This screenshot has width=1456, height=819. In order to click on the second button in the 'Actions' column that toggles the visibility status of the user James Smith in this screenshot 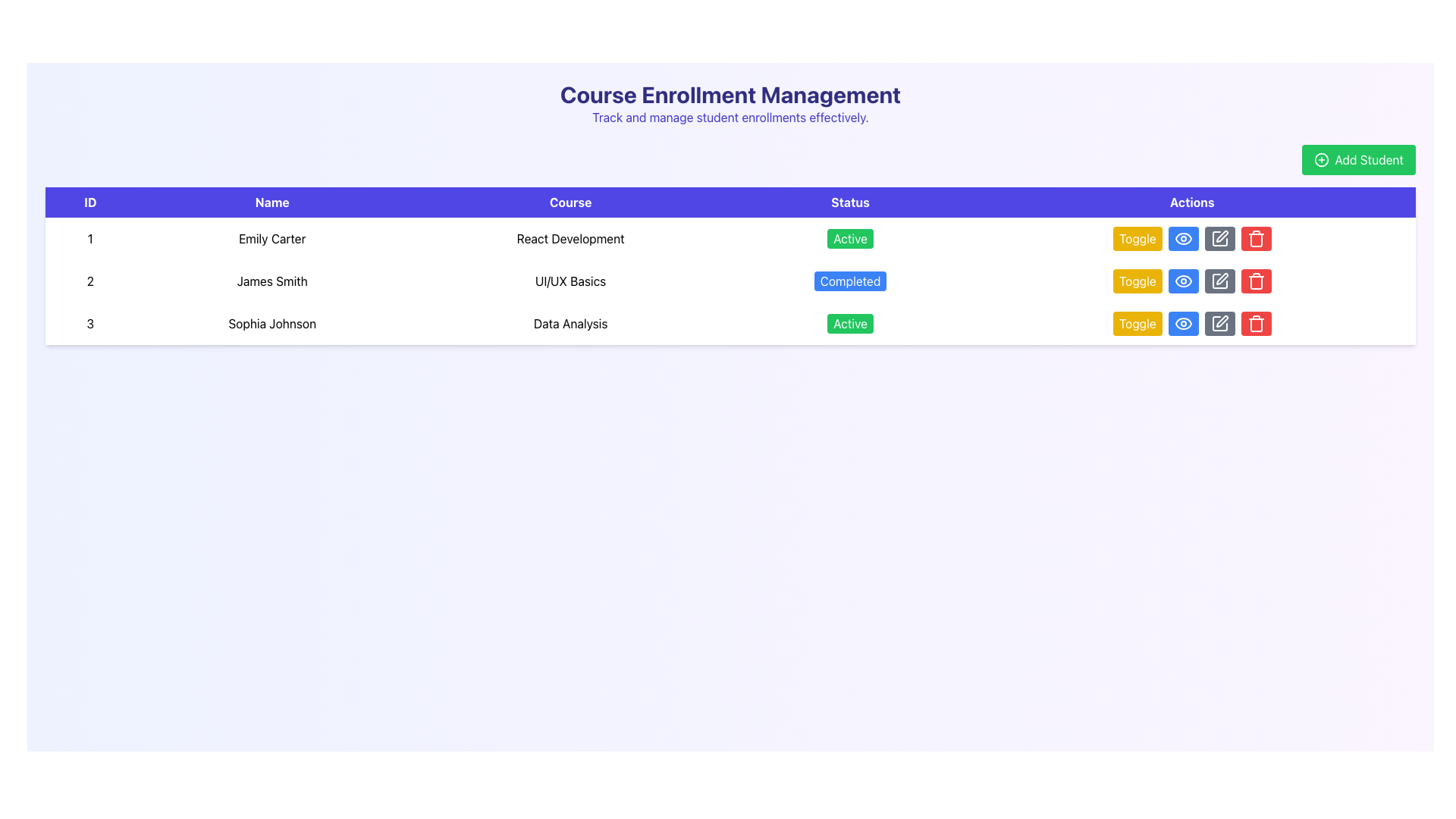, I will do `click(1182, 239)`.